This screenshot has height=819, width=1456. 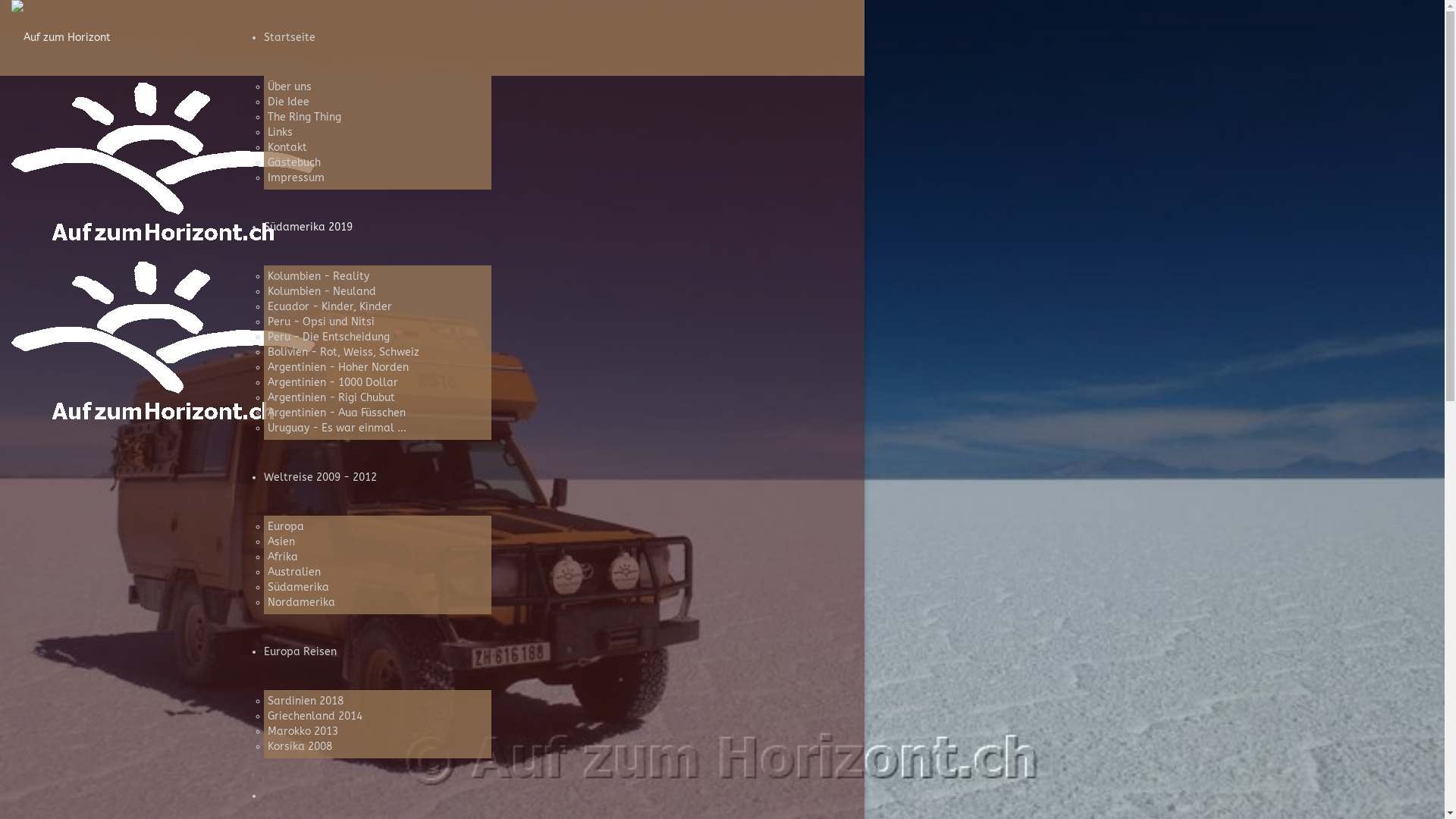 I want to click on 'Peru - Die Entscheidung', so click(x=266, y=336).